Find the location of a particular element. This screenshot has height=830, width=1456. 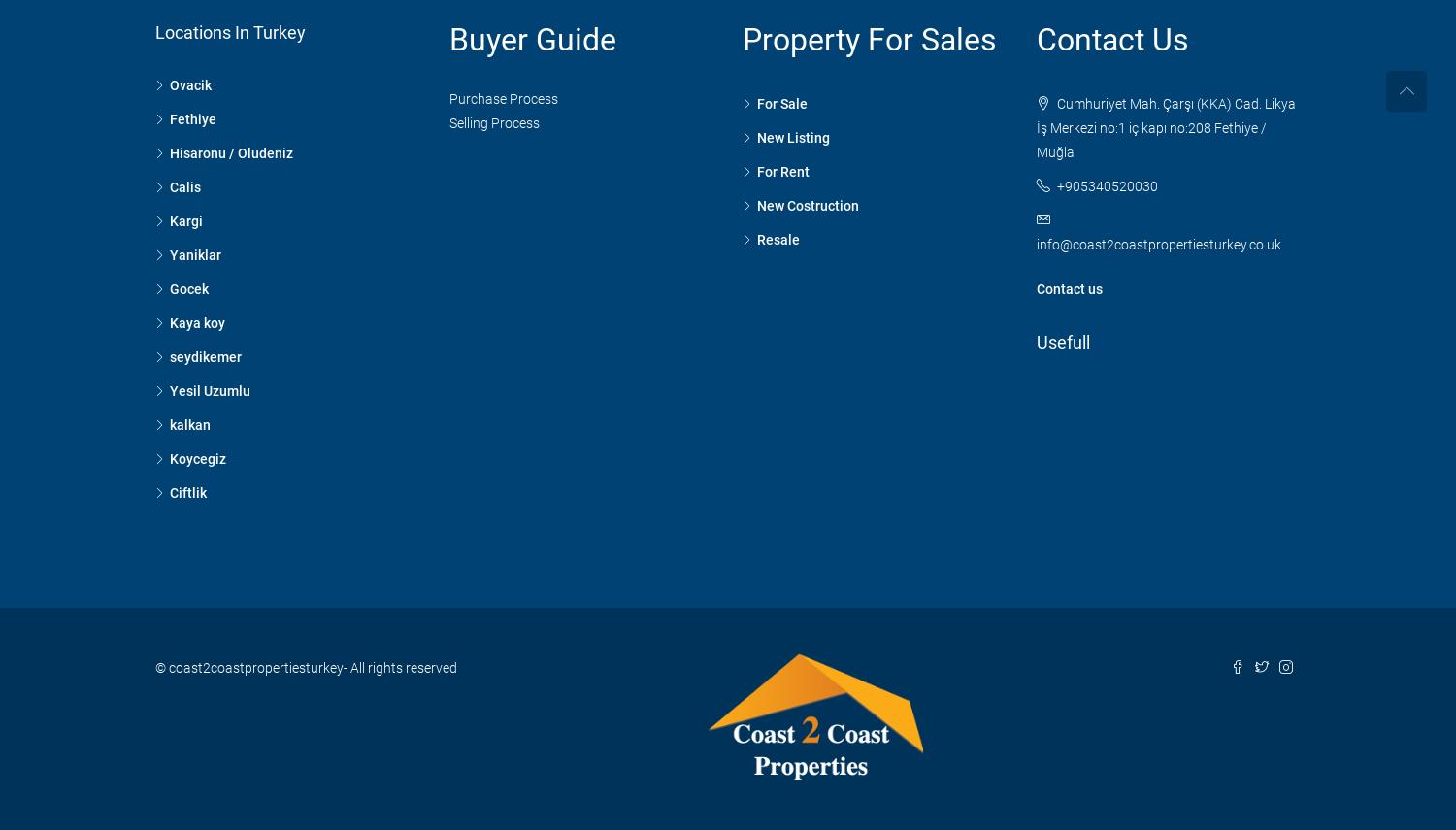

'seydikemer' is located at coordinates (204, 355).